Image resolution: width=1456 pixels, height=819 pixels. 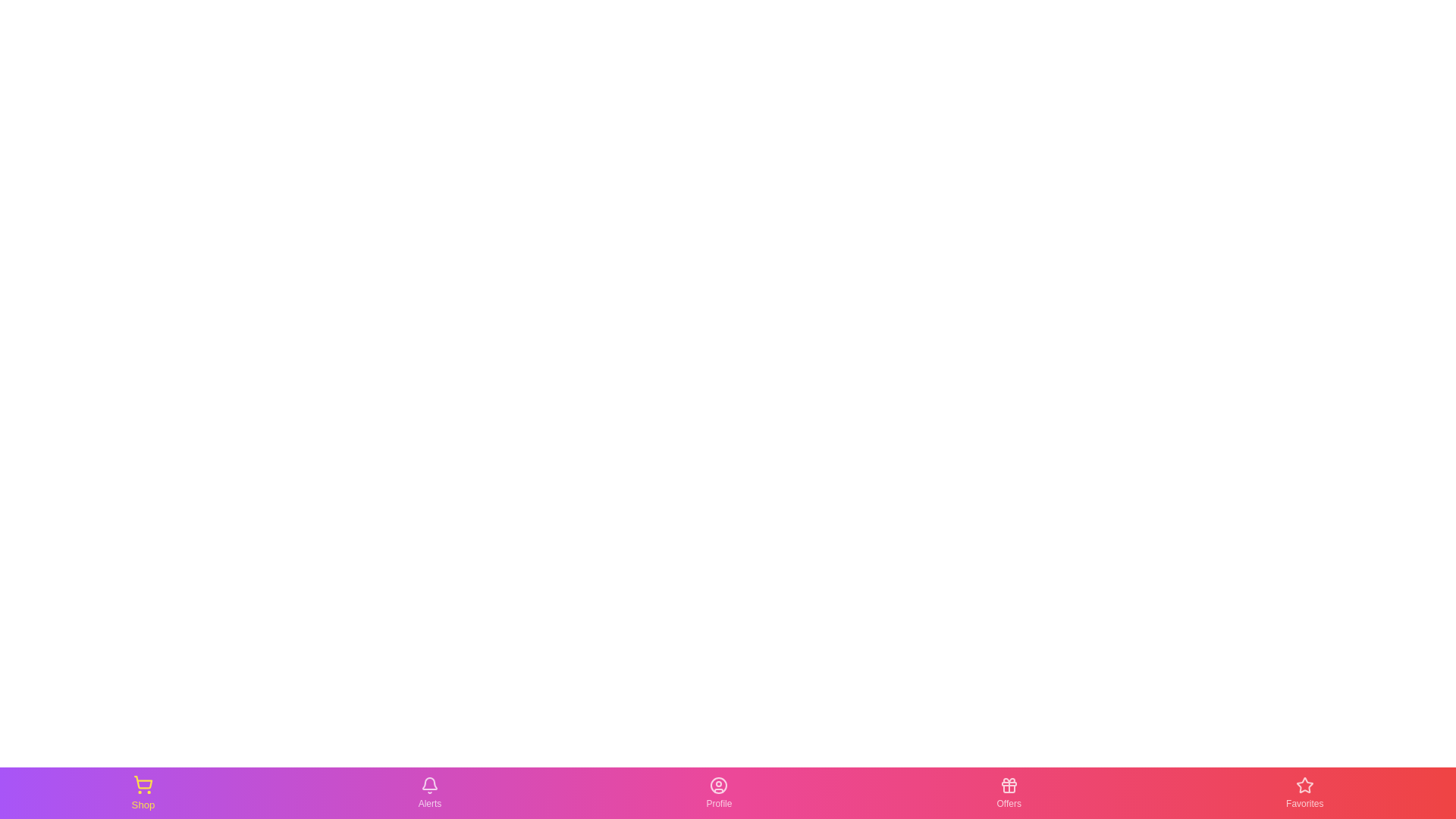 I want to click on the Alerts icon in the navigation bar, so click(x=428, y=792).